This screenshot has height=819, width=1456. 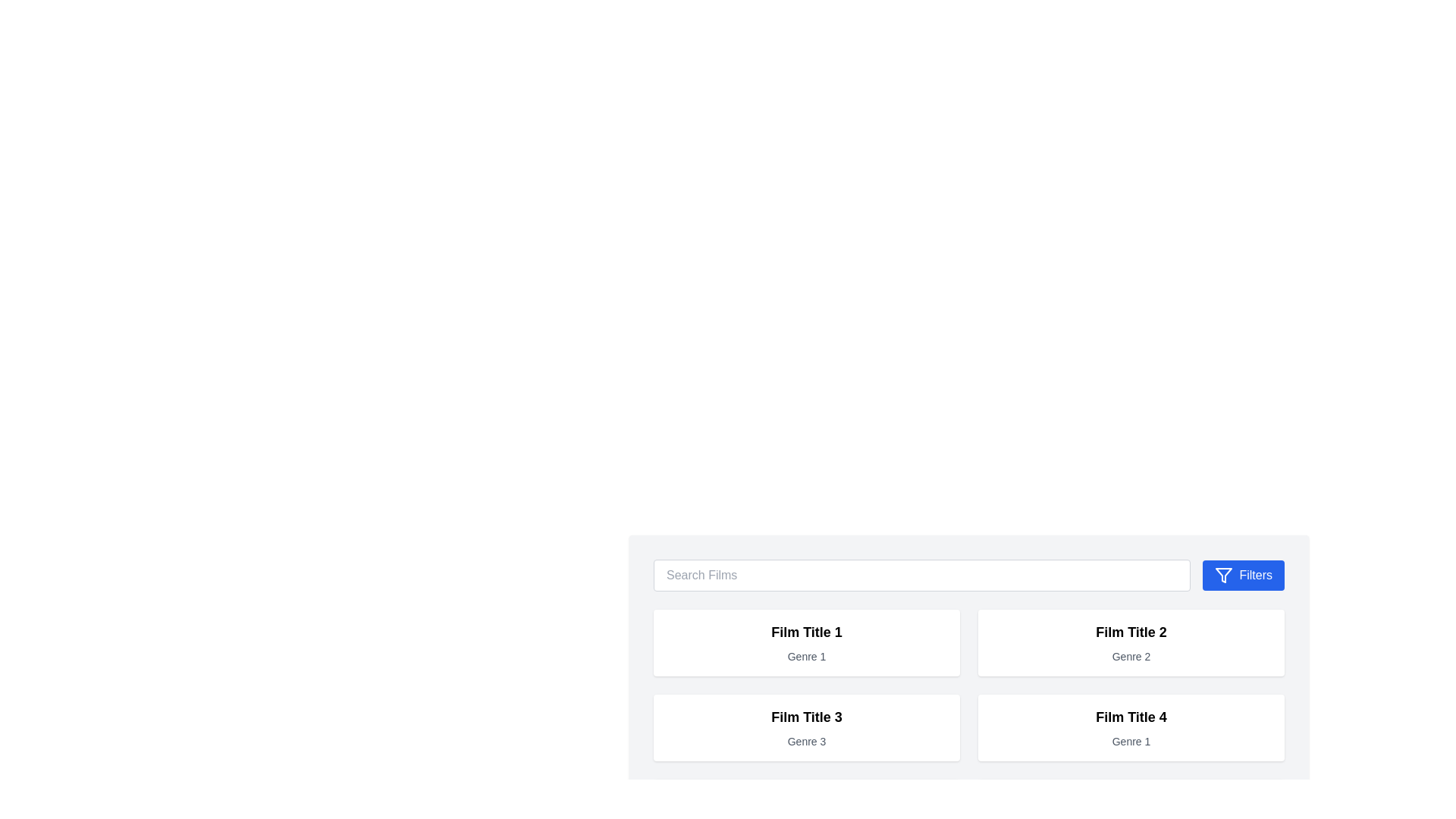 I want to click on the search bar located in the toolbar of the content block to focus on it for input, so click(x=968, y=576).